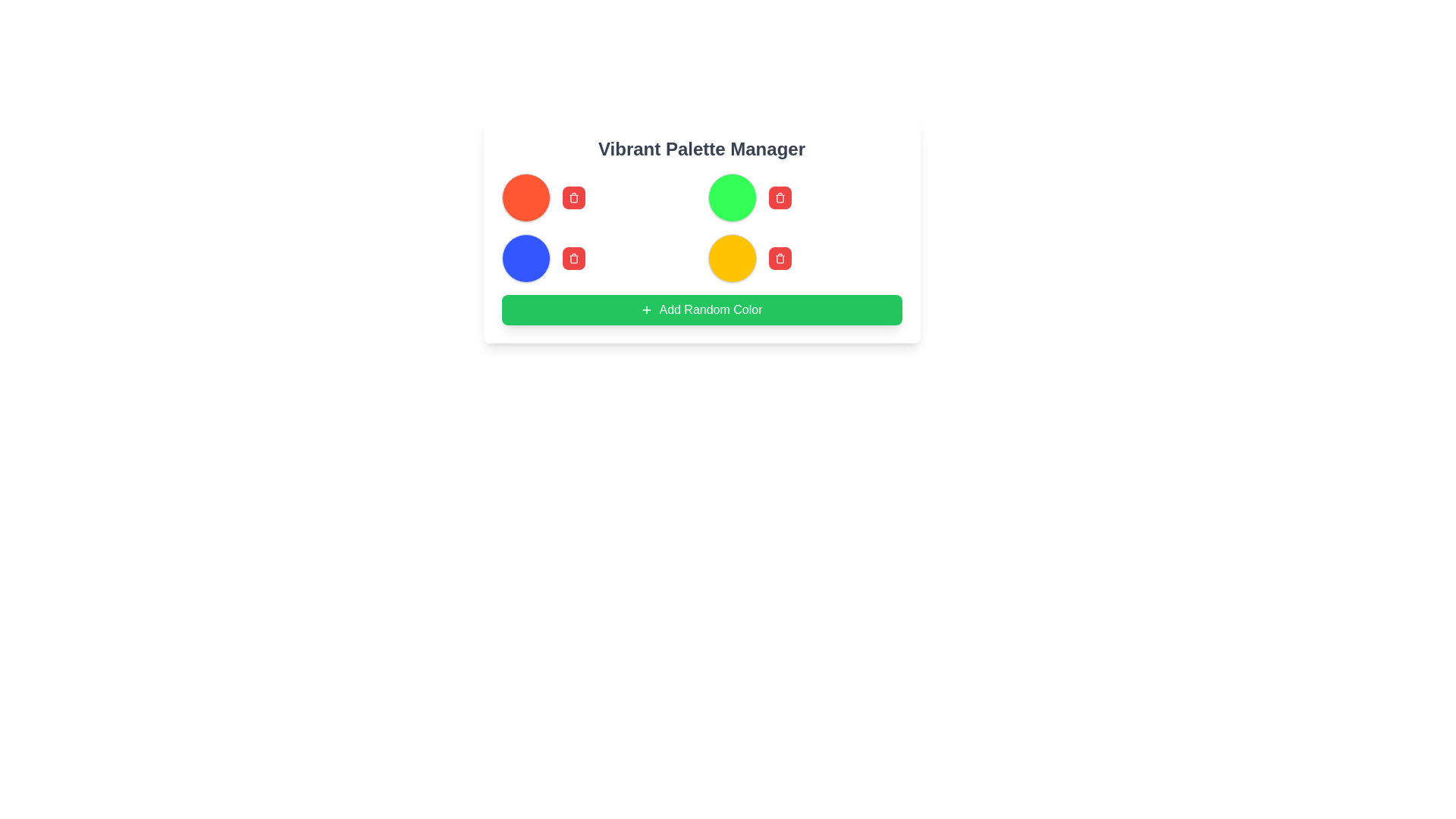  What do you see at coordinates (701, 309) in the screenshot?
I see `the green full-width button labeled 'Add Random Color' with a plus icon at the bottom of the 'Vibrant Palette Manager' panel` at bounding box center [701, 309].